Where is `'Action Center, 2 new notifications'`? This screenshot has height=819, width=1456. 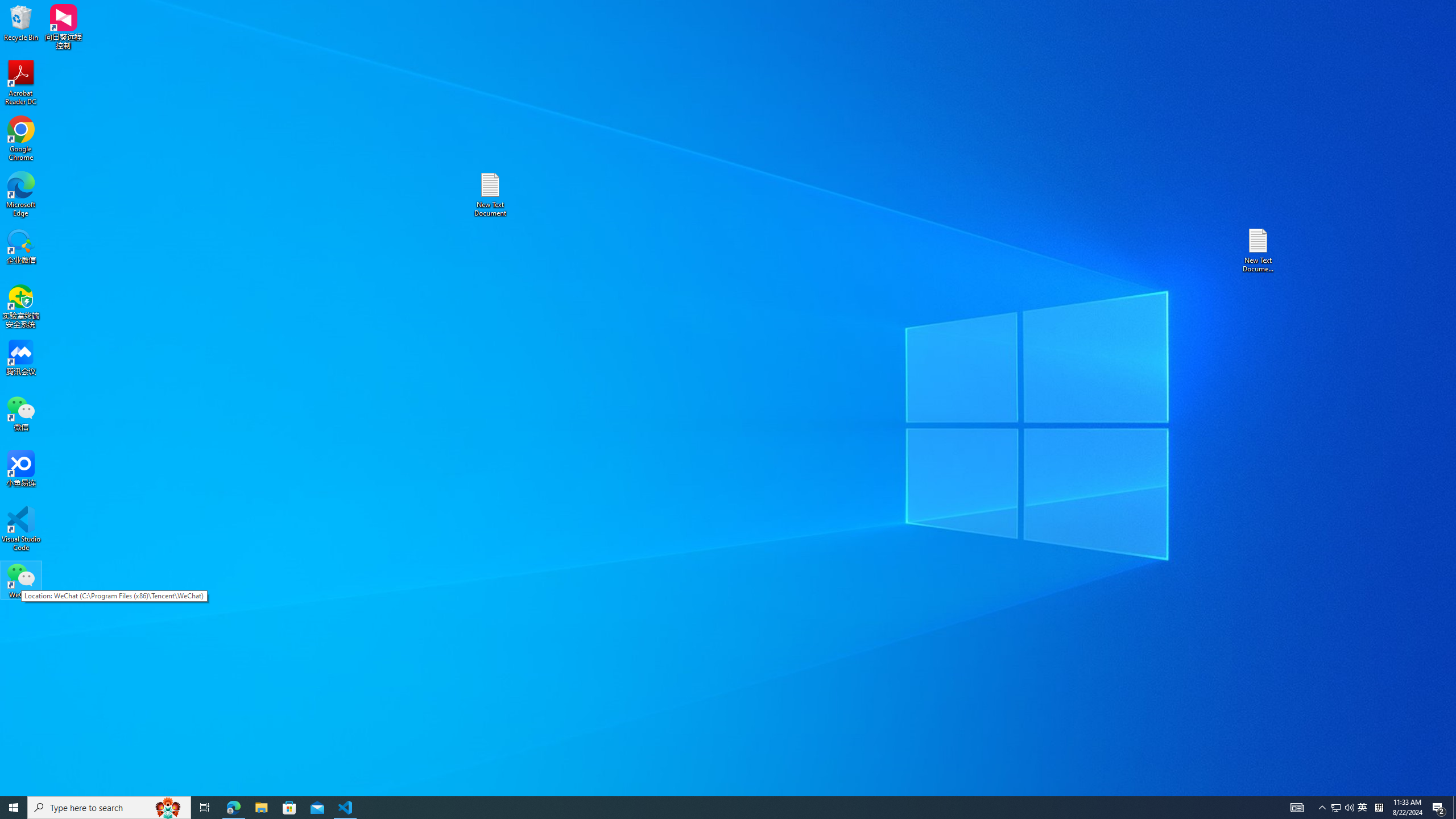 'Action Center, 2 new notifications' is located at coordinates (1439, 806).